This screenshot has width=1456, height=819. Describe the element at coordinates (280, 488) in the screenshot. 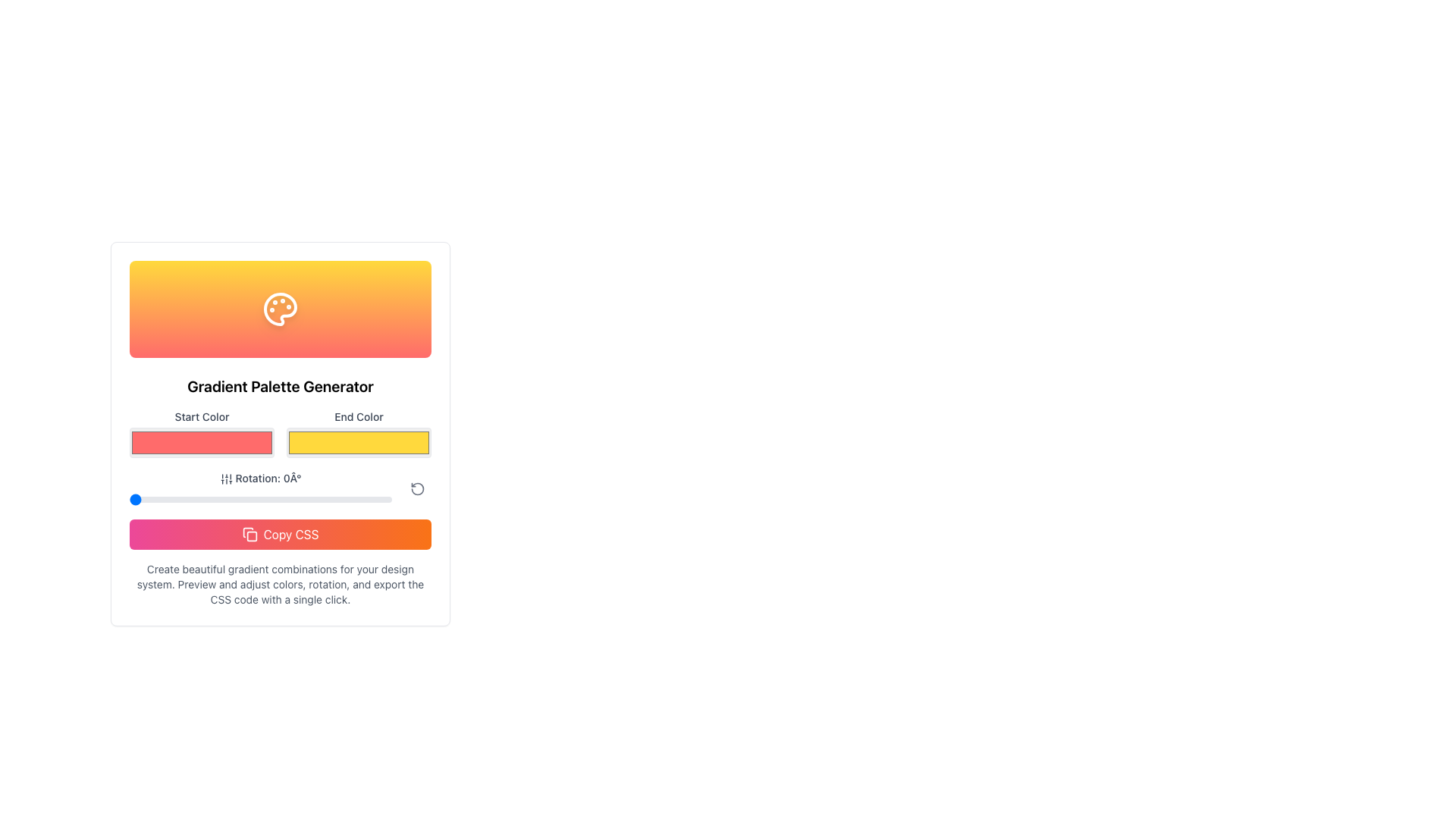

I see `the blue circle of the horizontal slider labeled 'Rotation: 0°'` at that location.